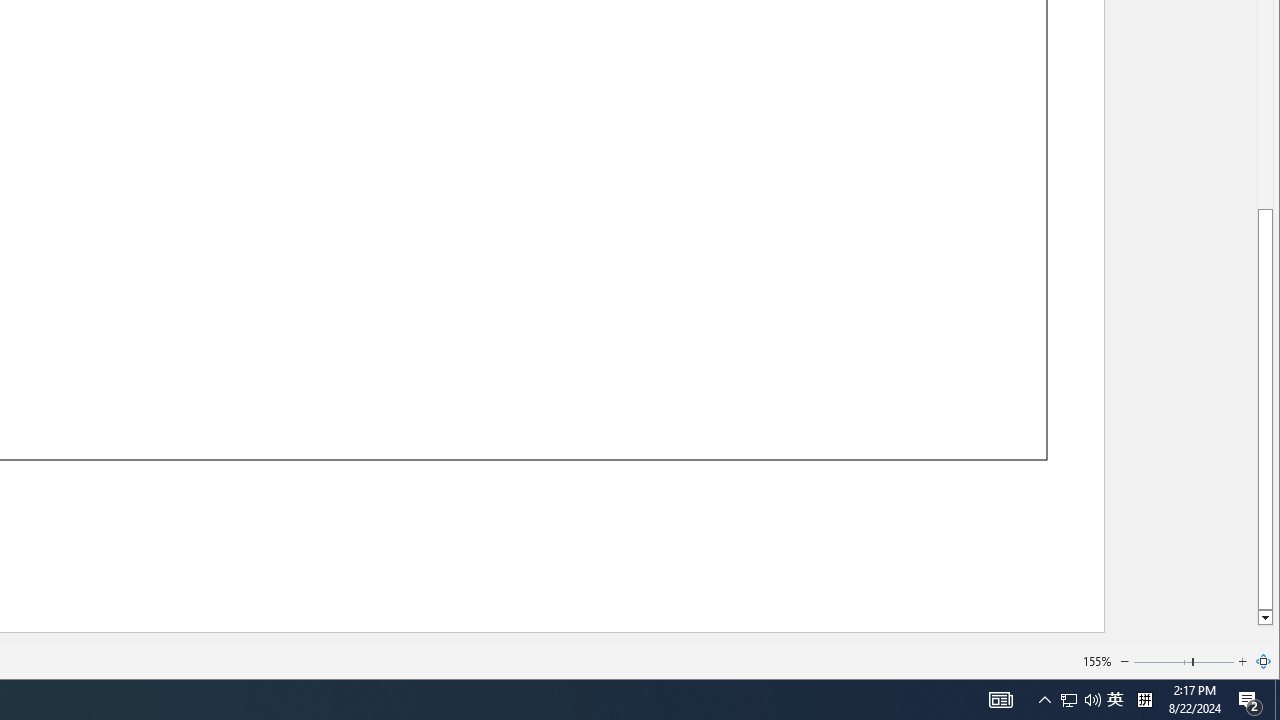 Image resolution: width=1280 pixels, height=720 pixels. What do you see at coordinates (1144, 698) in the screenshot?
I see `'Tray Input Indicator - Chinese (Simplified, China)'` at bounding box center [1144, 698].